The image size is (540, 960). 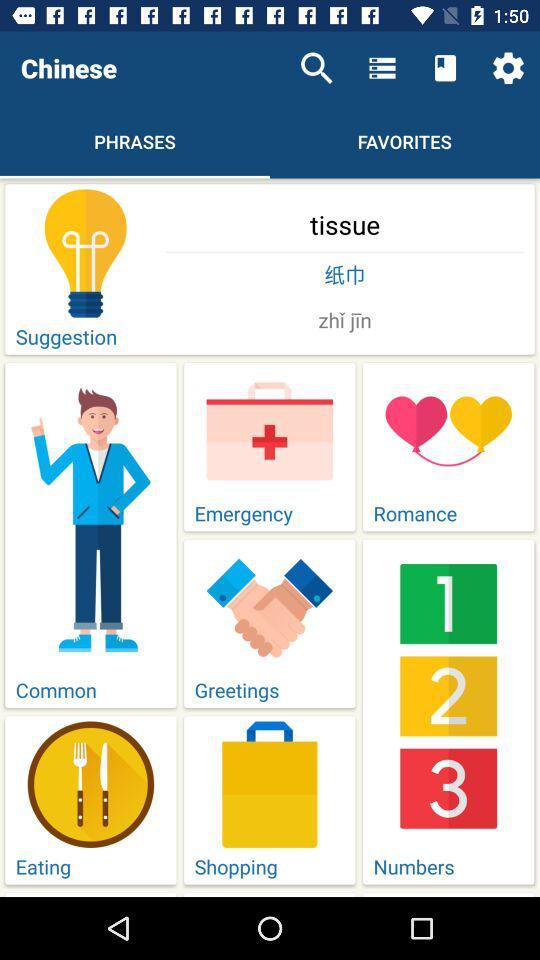 I want to click on item next to chinese item, so click(x=316, y=68).